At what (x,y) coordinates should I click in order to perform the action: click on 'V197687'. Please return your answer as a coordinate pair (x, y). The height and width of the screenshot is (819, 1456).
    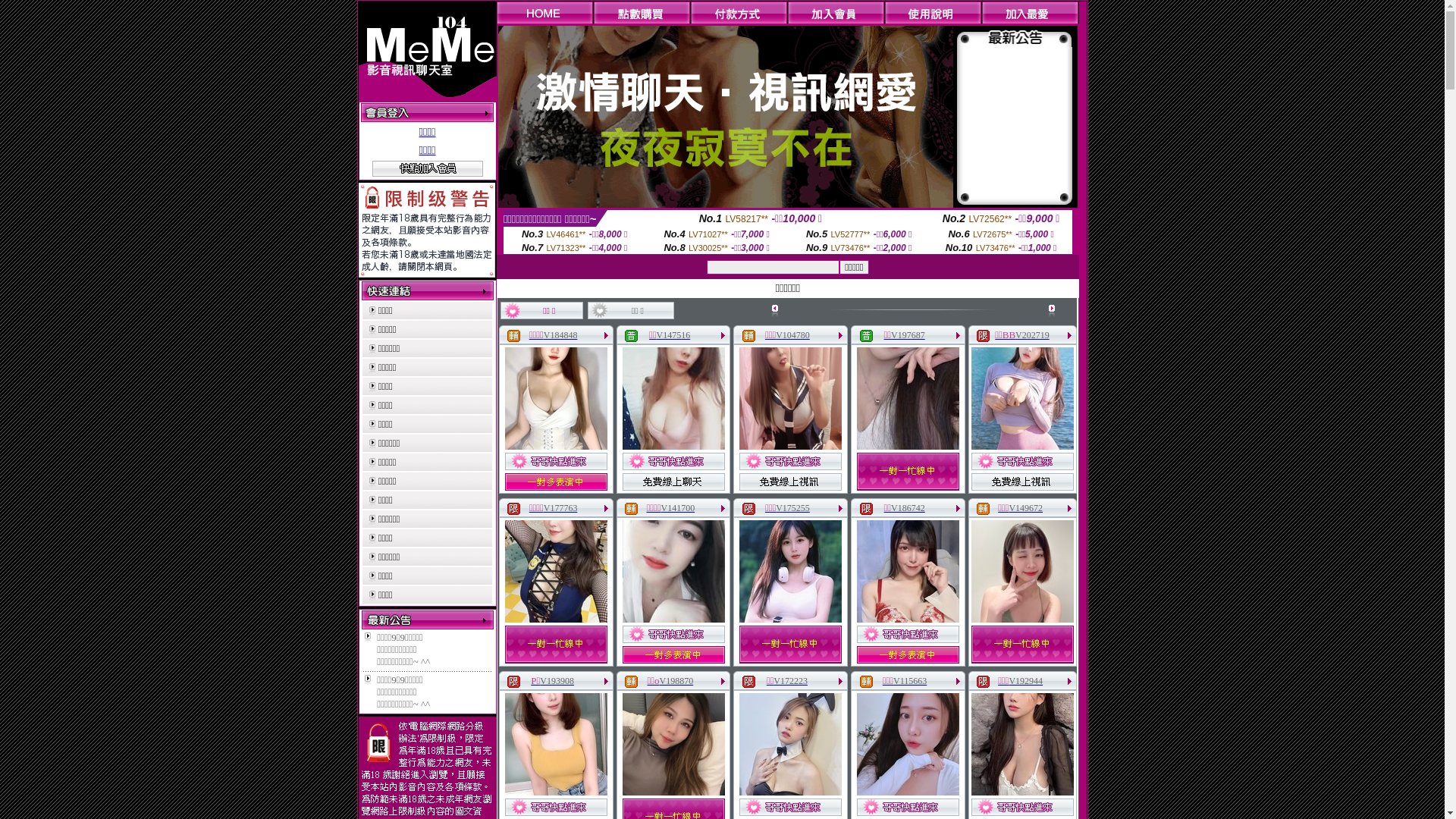
    Looking at the image, I should click on (908, 334).